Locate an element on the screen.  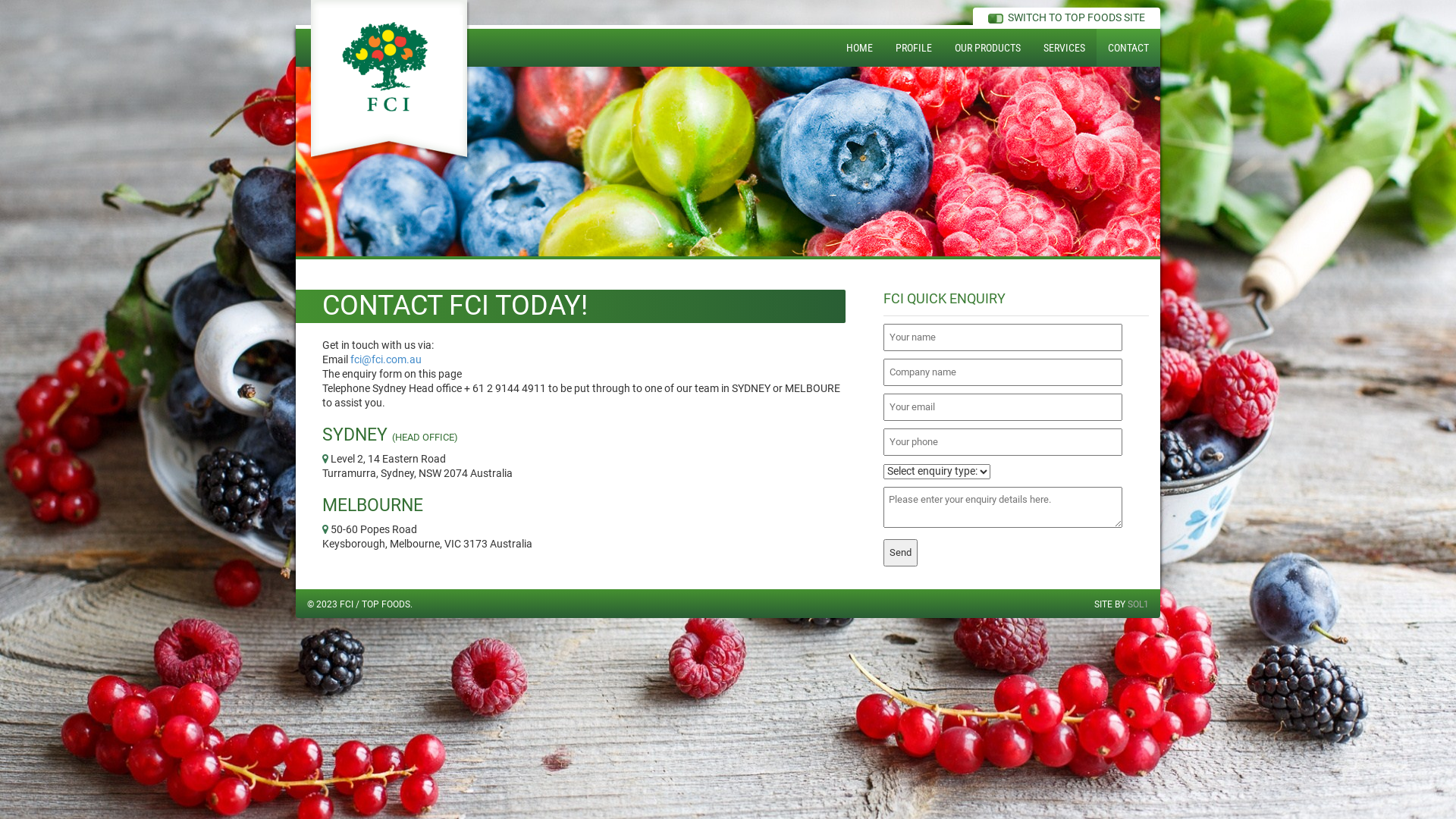
'OUR PRODUCTS' is located at coordinates (987, 46).